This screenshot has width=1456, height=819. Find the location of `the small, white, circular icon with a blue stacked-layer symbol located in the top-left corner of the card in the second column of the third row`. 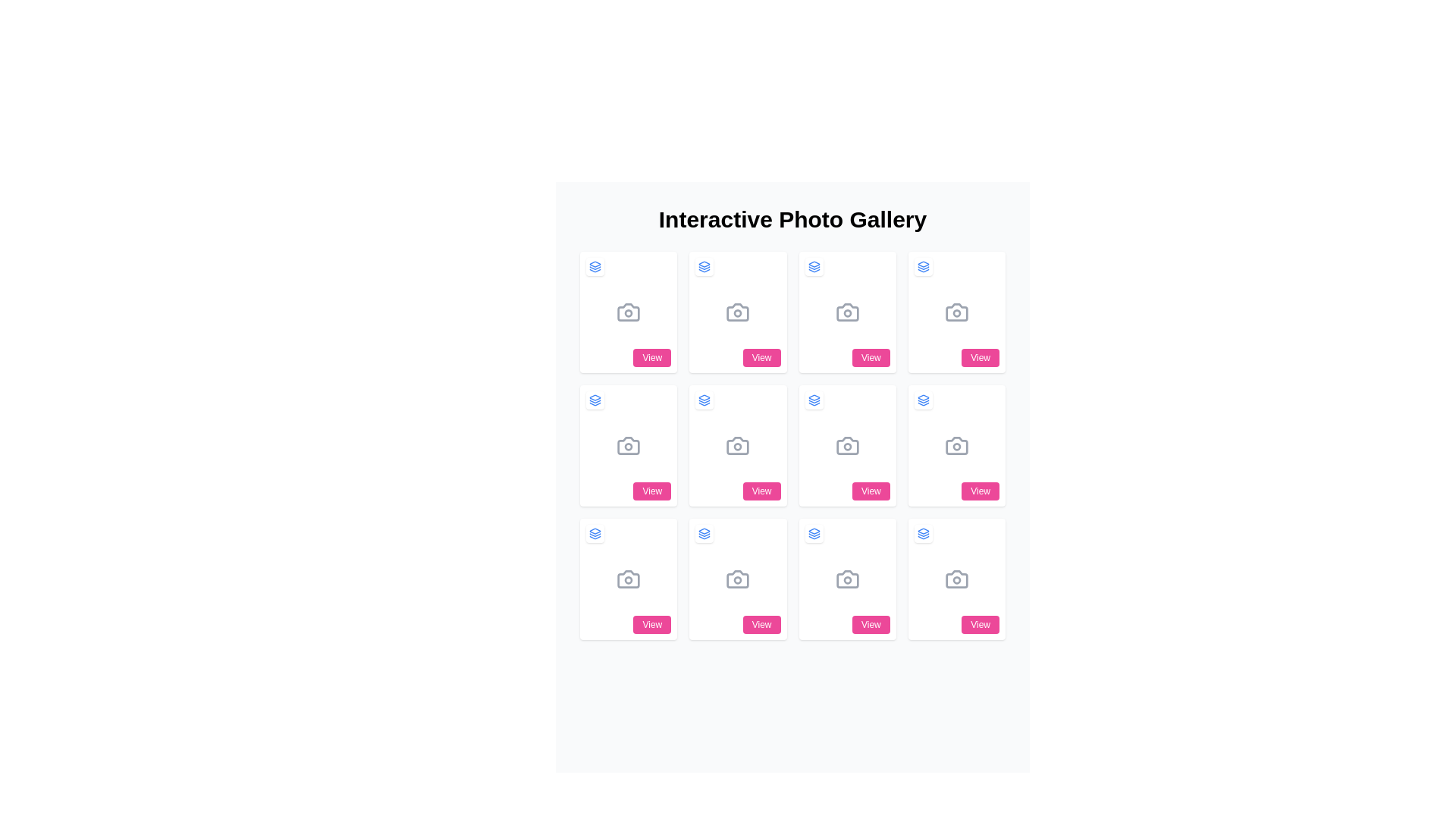

the small, white, circular icon with a blue stacked-layer symbol located in the top-left corner of the card in the second column of the third row is located at coordinates (813, 533).